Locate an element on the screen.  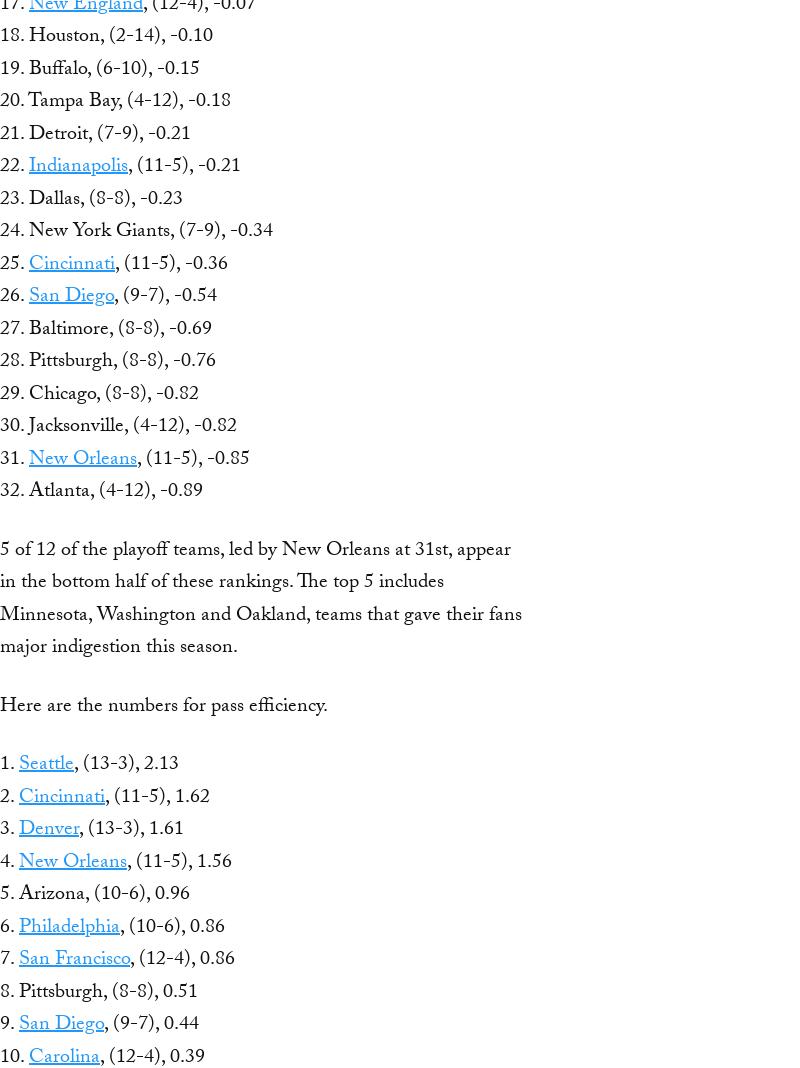
'San Francisco' is located at coordinates (74, 960).